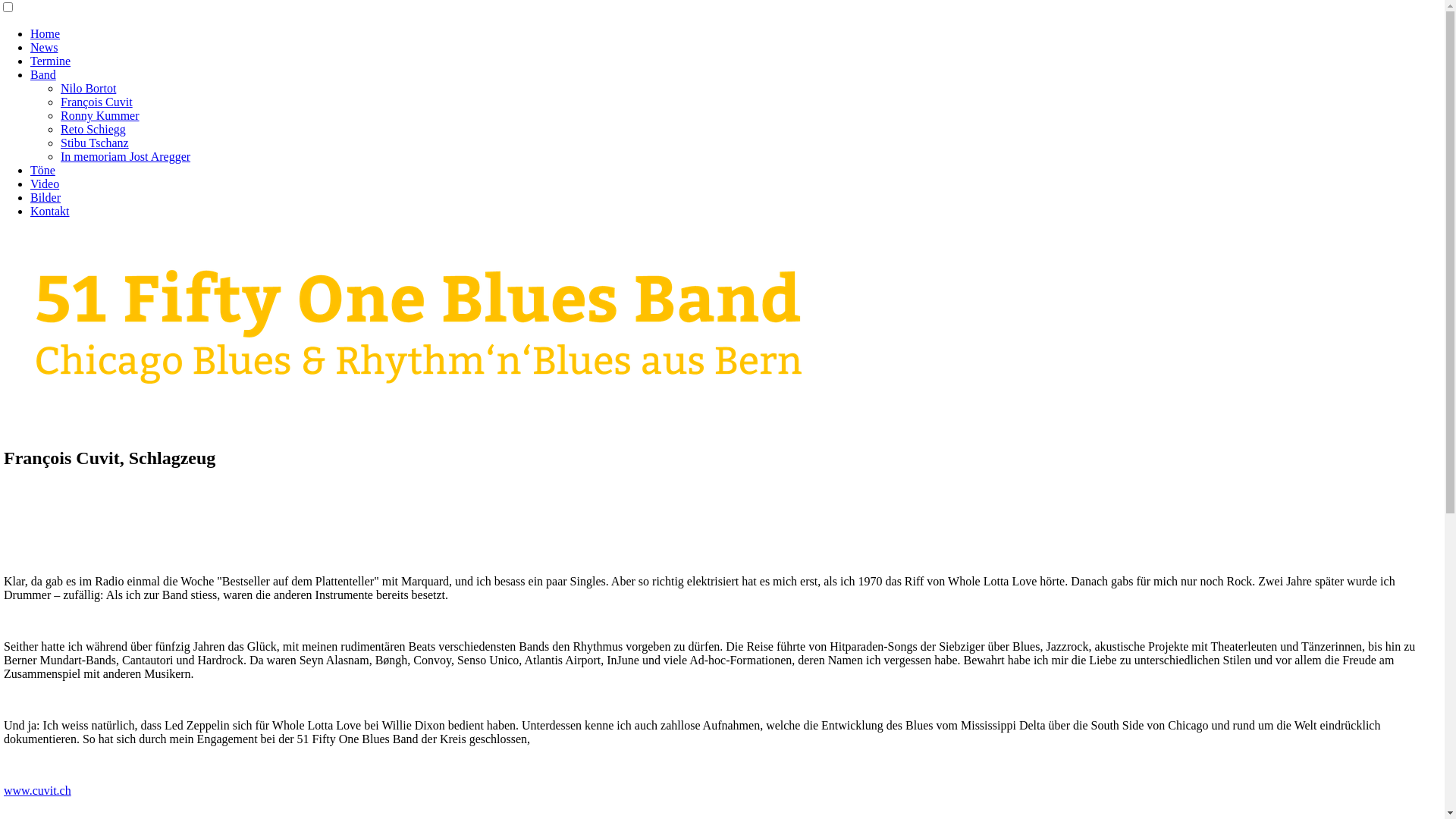 Image resolution: width=1456 pixels, height=819 pixels. I want to click on 'Home', so click(30, 33).